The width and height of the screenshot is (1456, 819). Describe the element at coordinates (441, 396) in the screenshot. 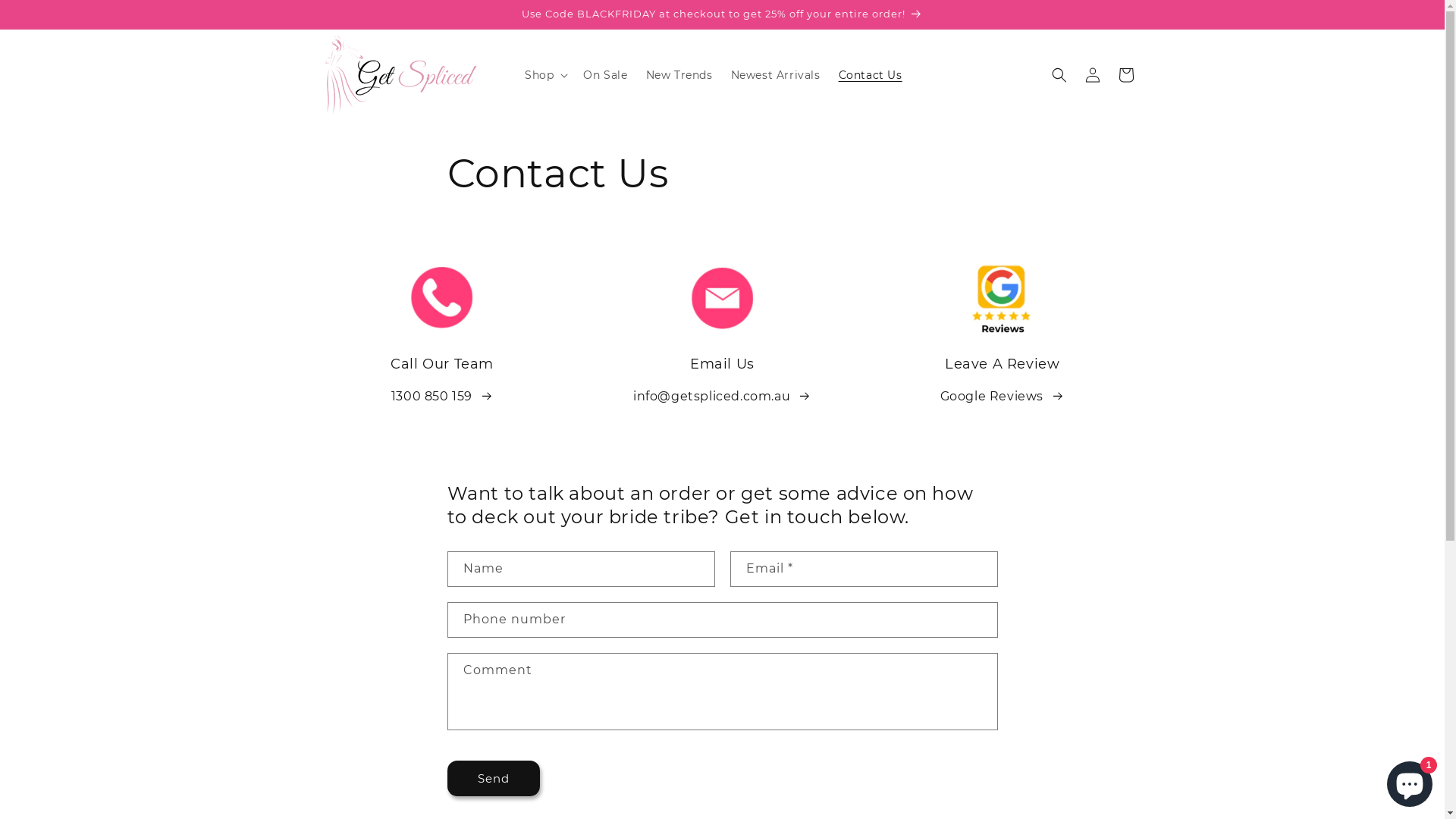

I see `'1300 850 159 '` at that location.